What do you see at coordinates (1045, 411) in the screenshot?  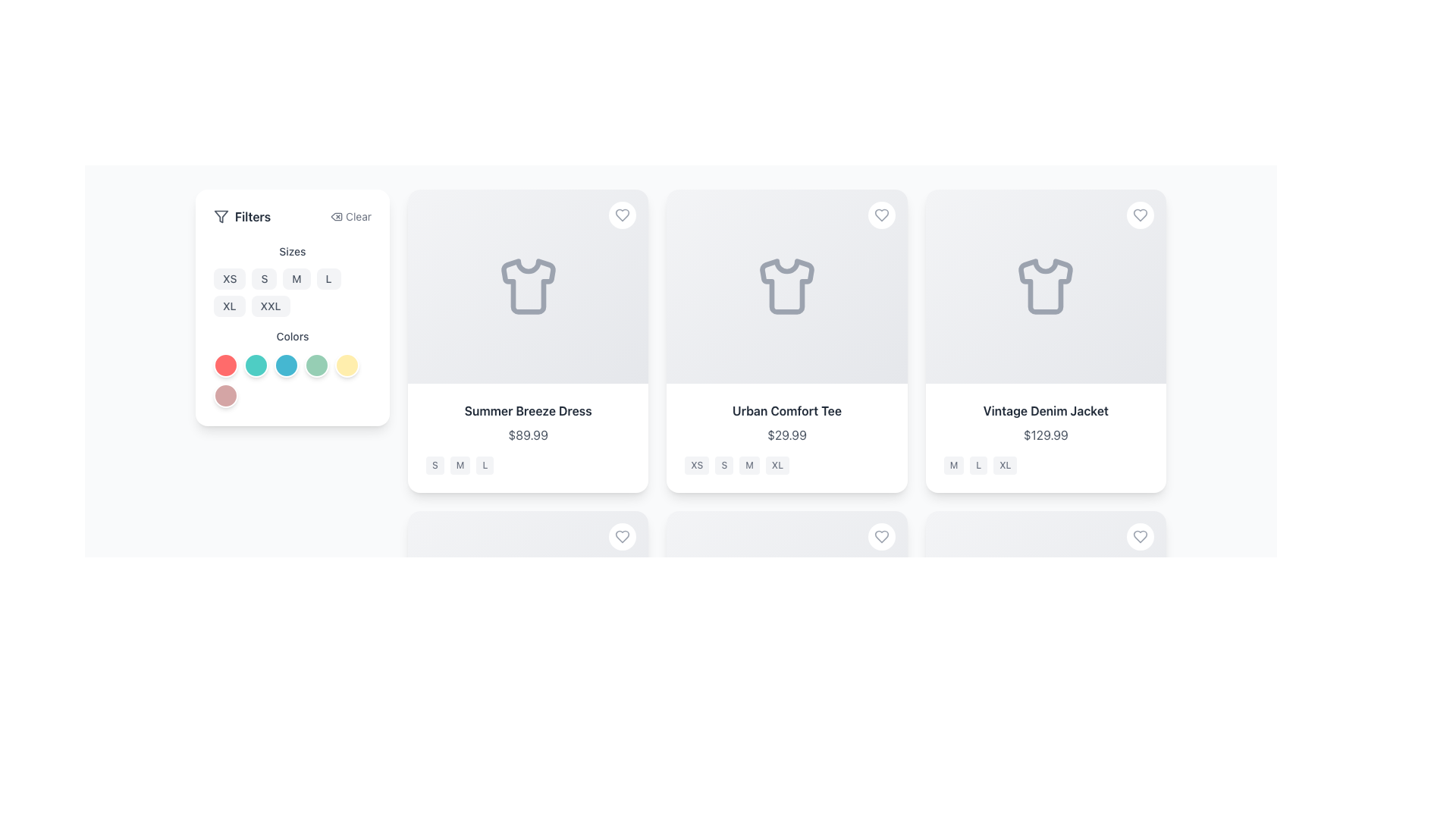 I see `the text display element that shows 'Vintage Denim Jacket', which is styled in bold dark gray and is located within a card on the far right of a three-card layout` at bounding box center [1045, 411].